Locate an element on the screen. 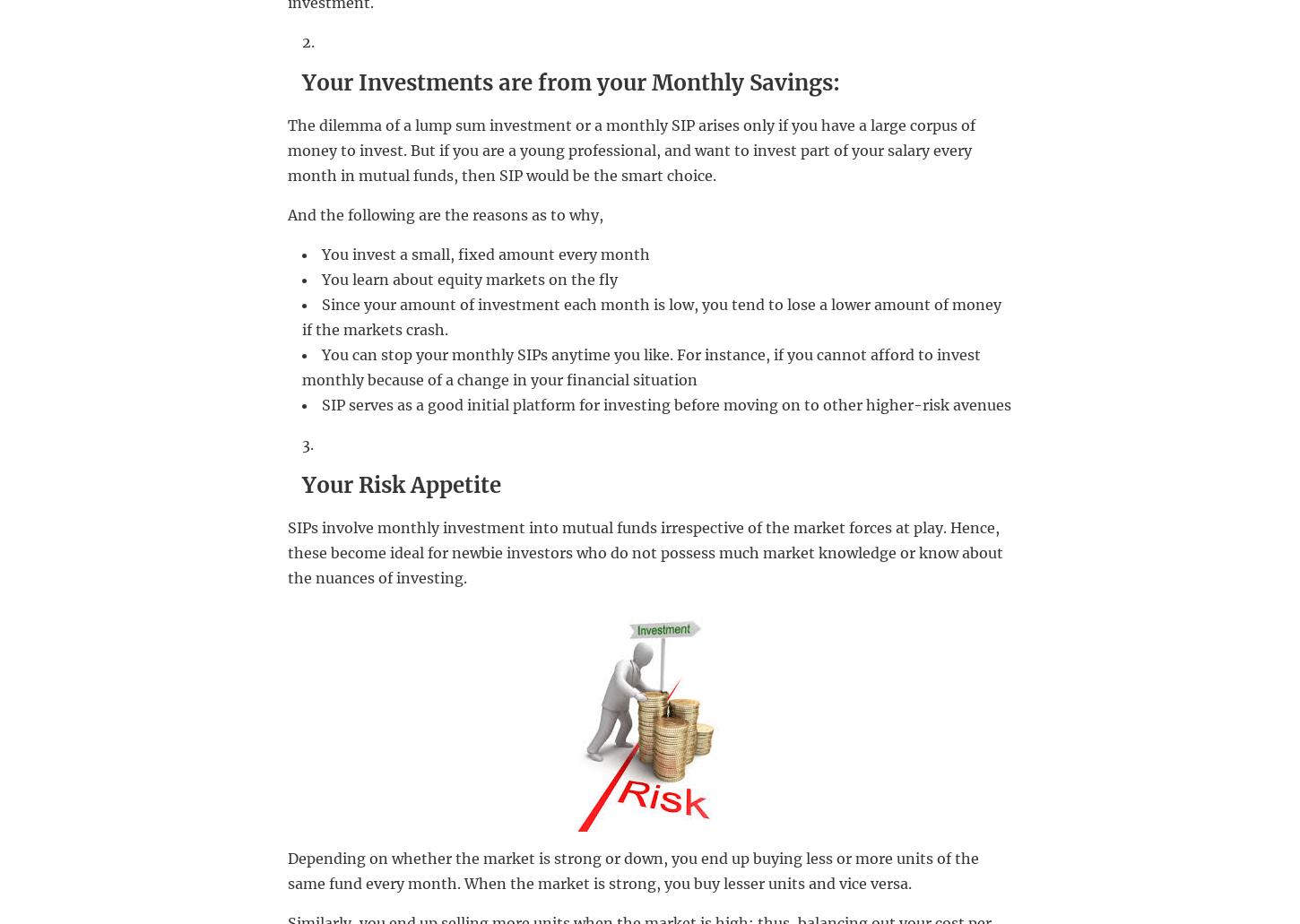  'Best Women Soccer Players' is located at coordinates (711, 542).